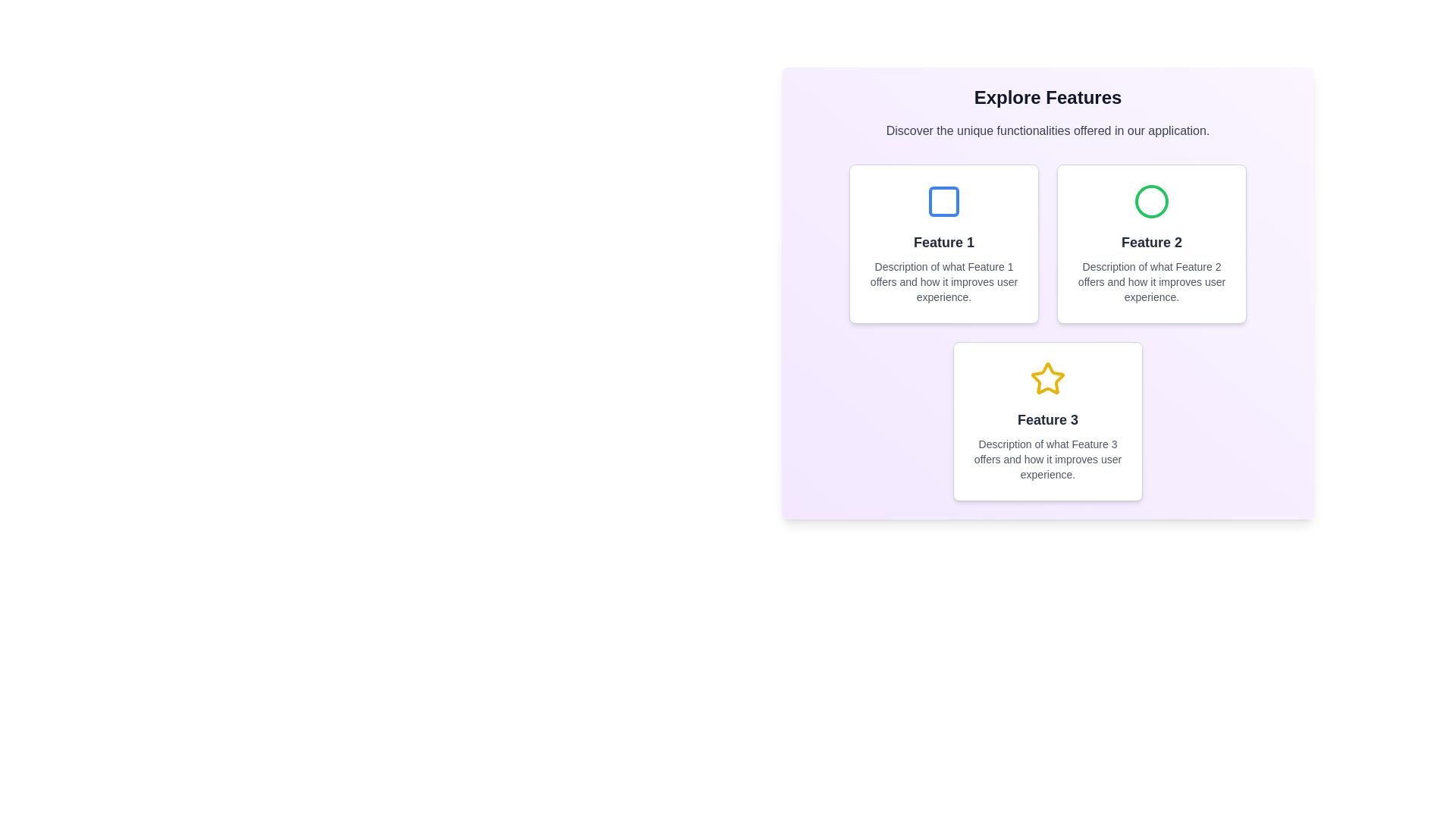 This screenshot has width=1456, height=819. Describe the element at coordinates (943, 243) in the screenshot. I see `the Informative card that presents information about a specific feature of the application, located at the center top of the layout, to the left of 'Feature 2' and above 'Feature 3'` at that location.